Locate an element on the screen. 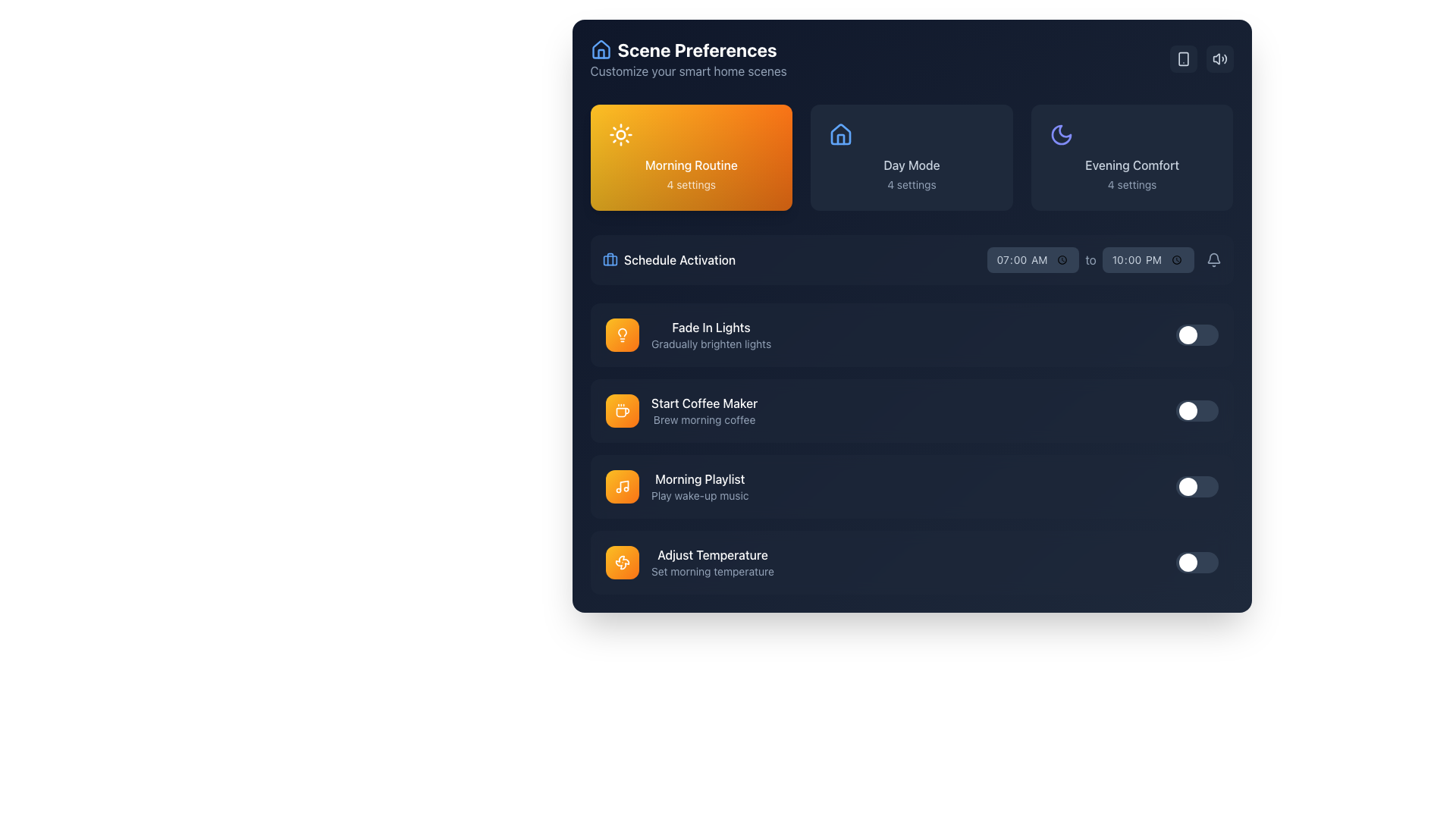 The image size is (1456, 819). the text label indicating the number of settings associated with the 'Evening Comfort' feature, located in the upper-right section of the interface, below the main title 'Evening Comfort' is located at coordinates (1132, 184).